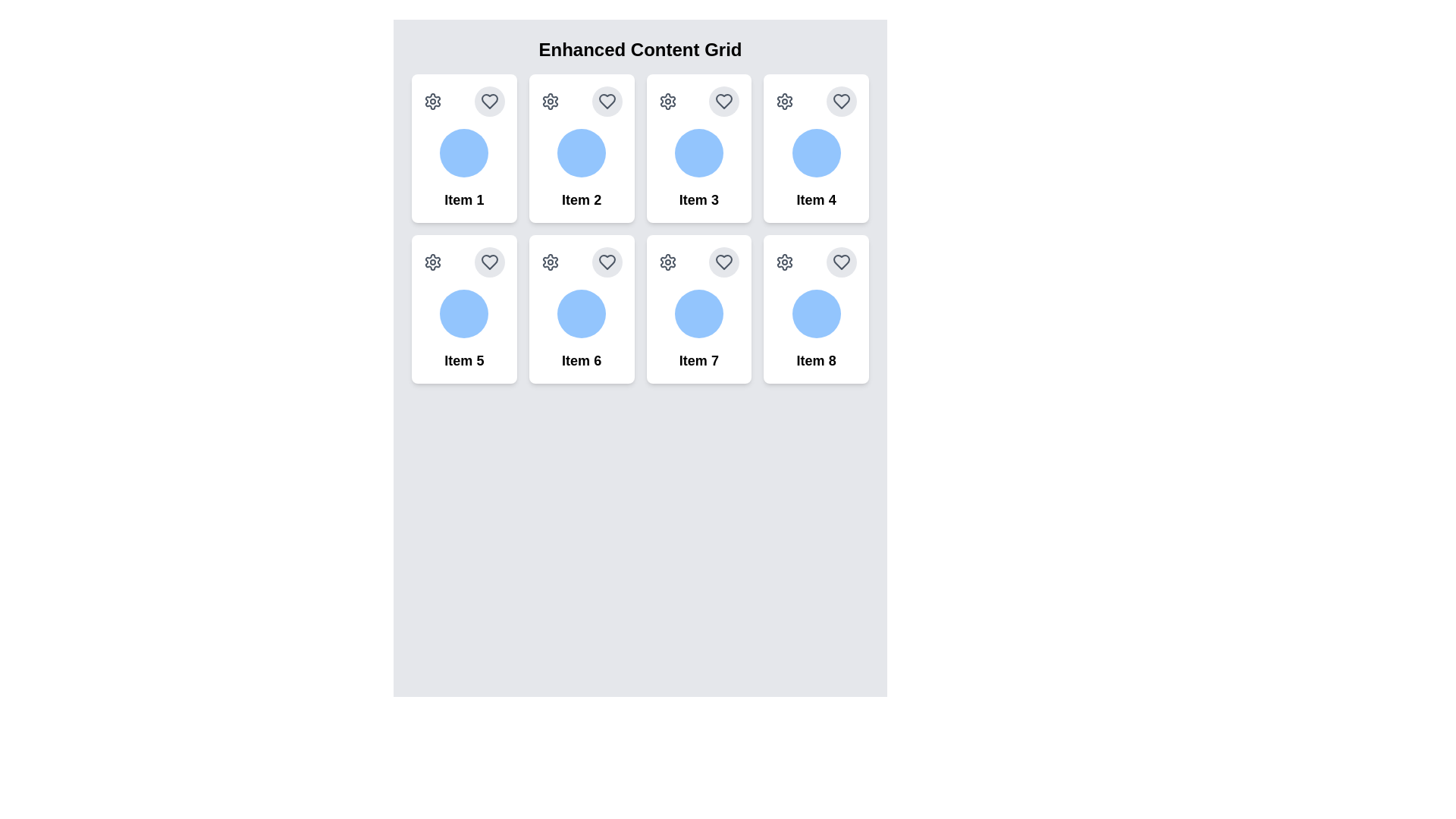 This screenshot has width=1456, height=819. I want to click on the gear icon, which is a gray outlined cogwheel located at the top-left corner of the card, so click(667, 262).